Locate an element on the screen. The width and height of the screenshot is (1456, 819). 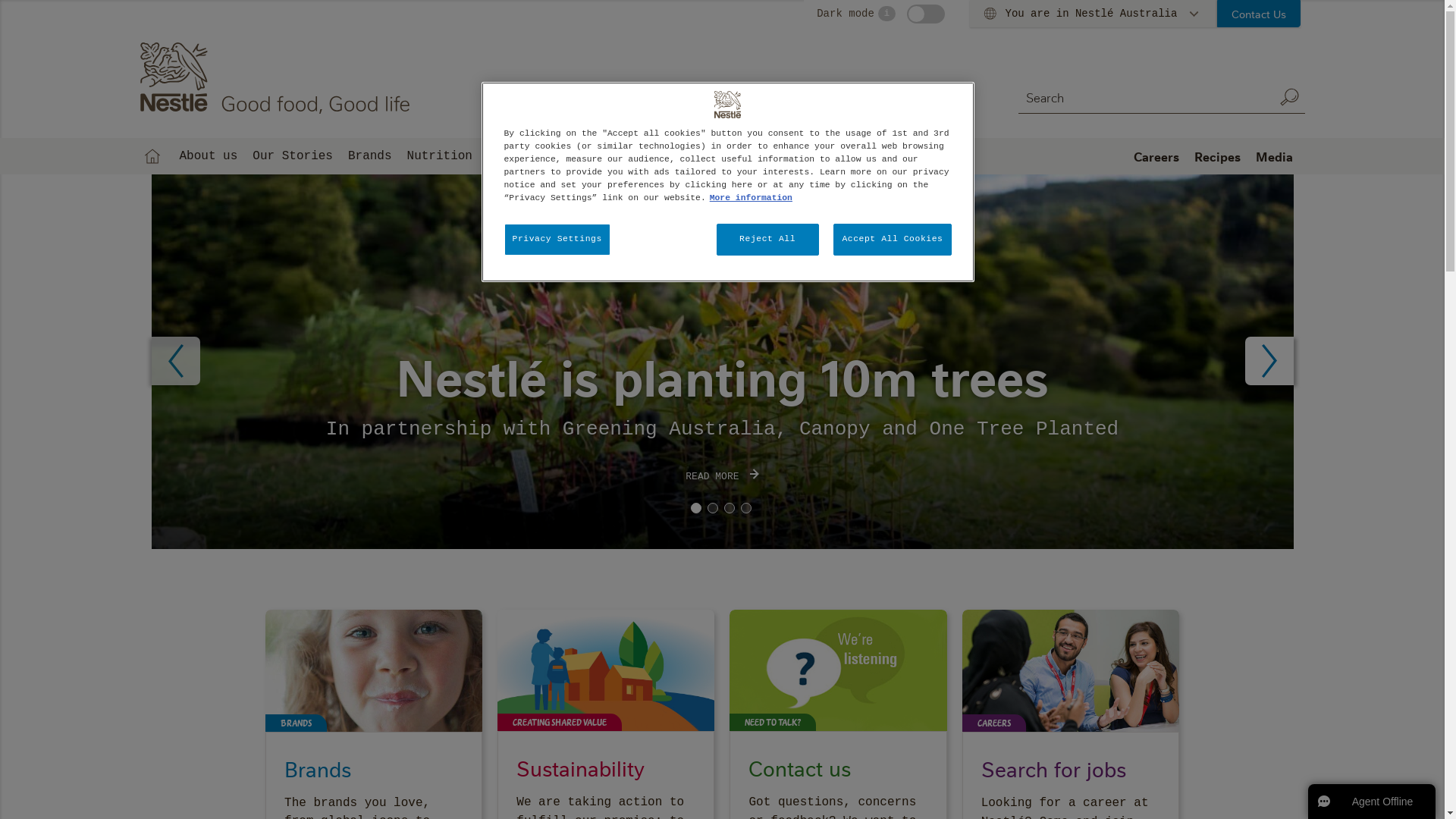
'Media' is located at coordinates (1274, 155).